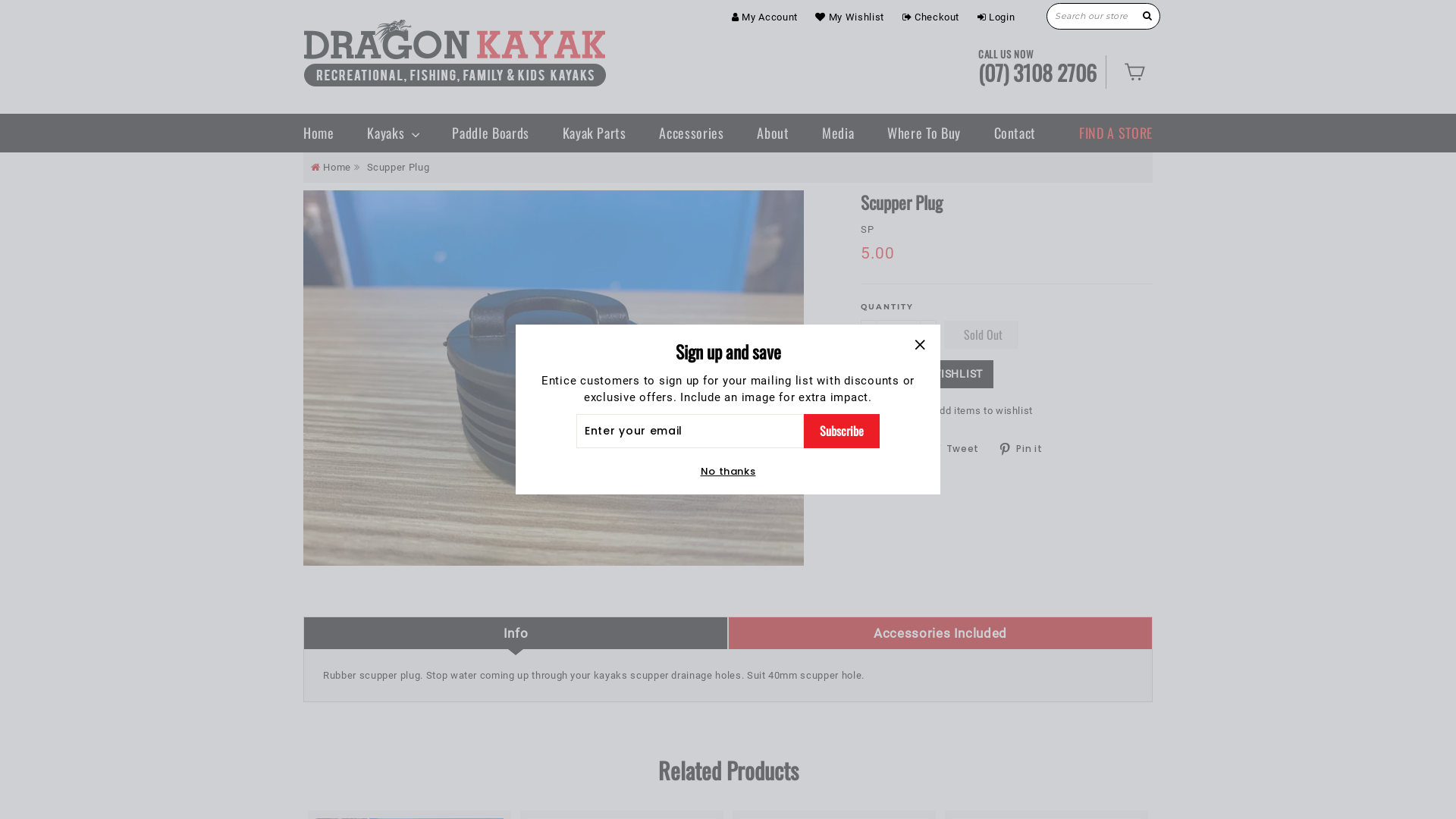  Describe the element at coordinates (1015, 132) in the screenshot. I see `'Contact'` at that location.